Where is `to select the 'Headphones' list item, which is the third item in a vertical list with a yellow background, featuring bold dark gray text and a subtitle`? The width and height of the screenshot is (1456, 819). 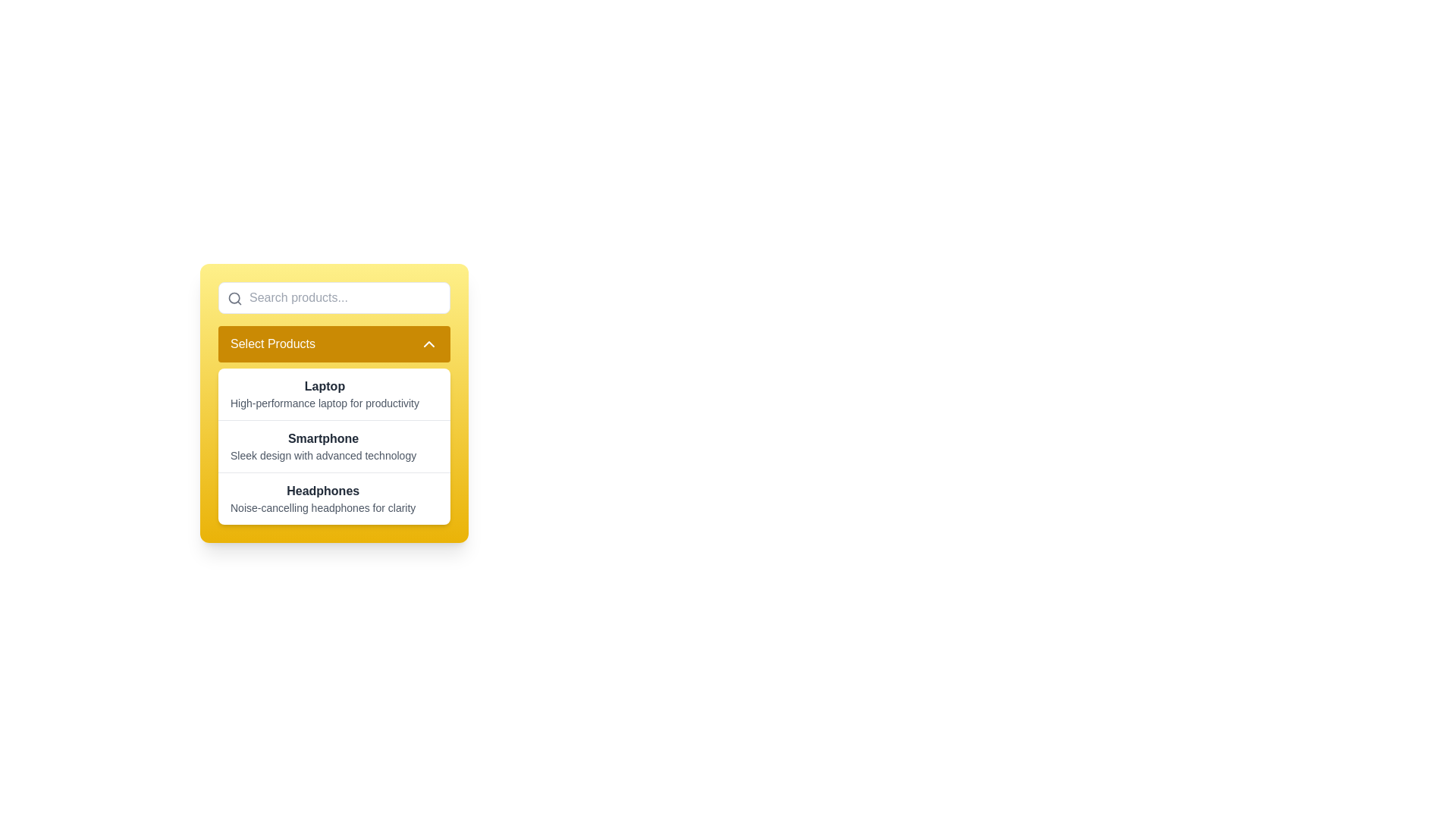
to select the 'Headphones' list item, which is the third item in a vertical list with a yellow background, featuring bold dark gray text and a subtitle is located at coordinates (334, 497).